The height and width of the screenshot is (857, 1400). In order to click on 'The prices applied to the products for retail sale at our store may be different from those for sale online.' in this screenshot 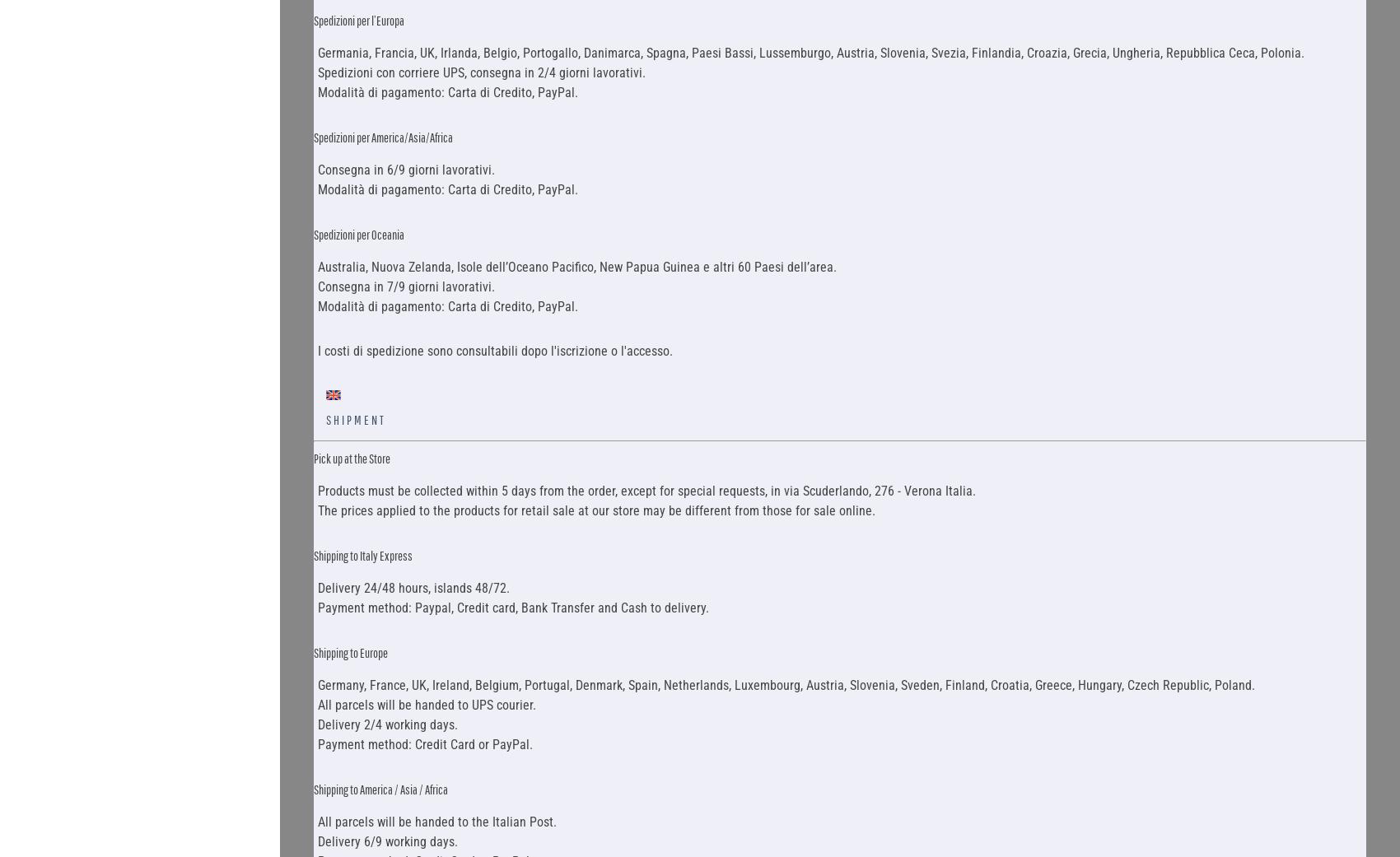, I will do `click(595, 510)`.